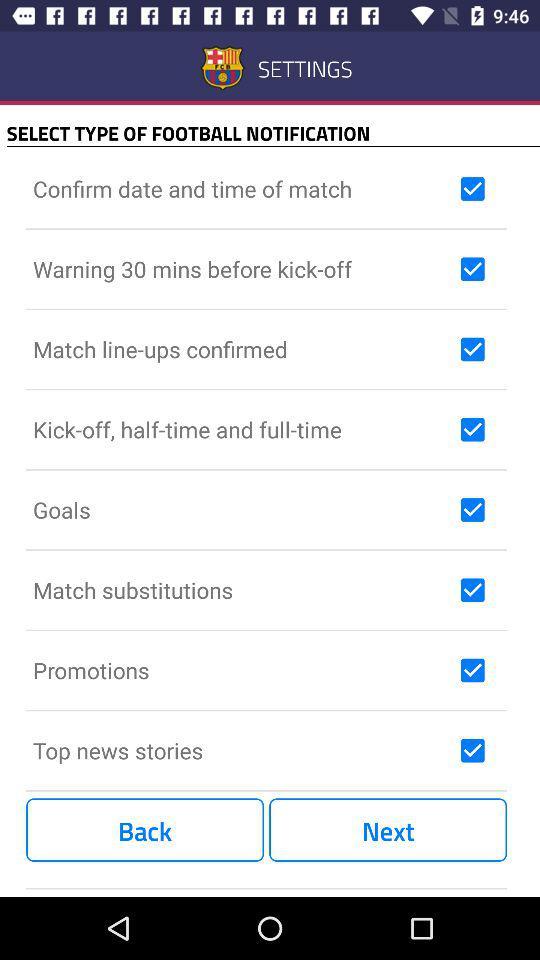  What do you see at coordinates (144, 830) in the screenshot?
I see `icon below top news stories icon` at bounding box center [144, 830].